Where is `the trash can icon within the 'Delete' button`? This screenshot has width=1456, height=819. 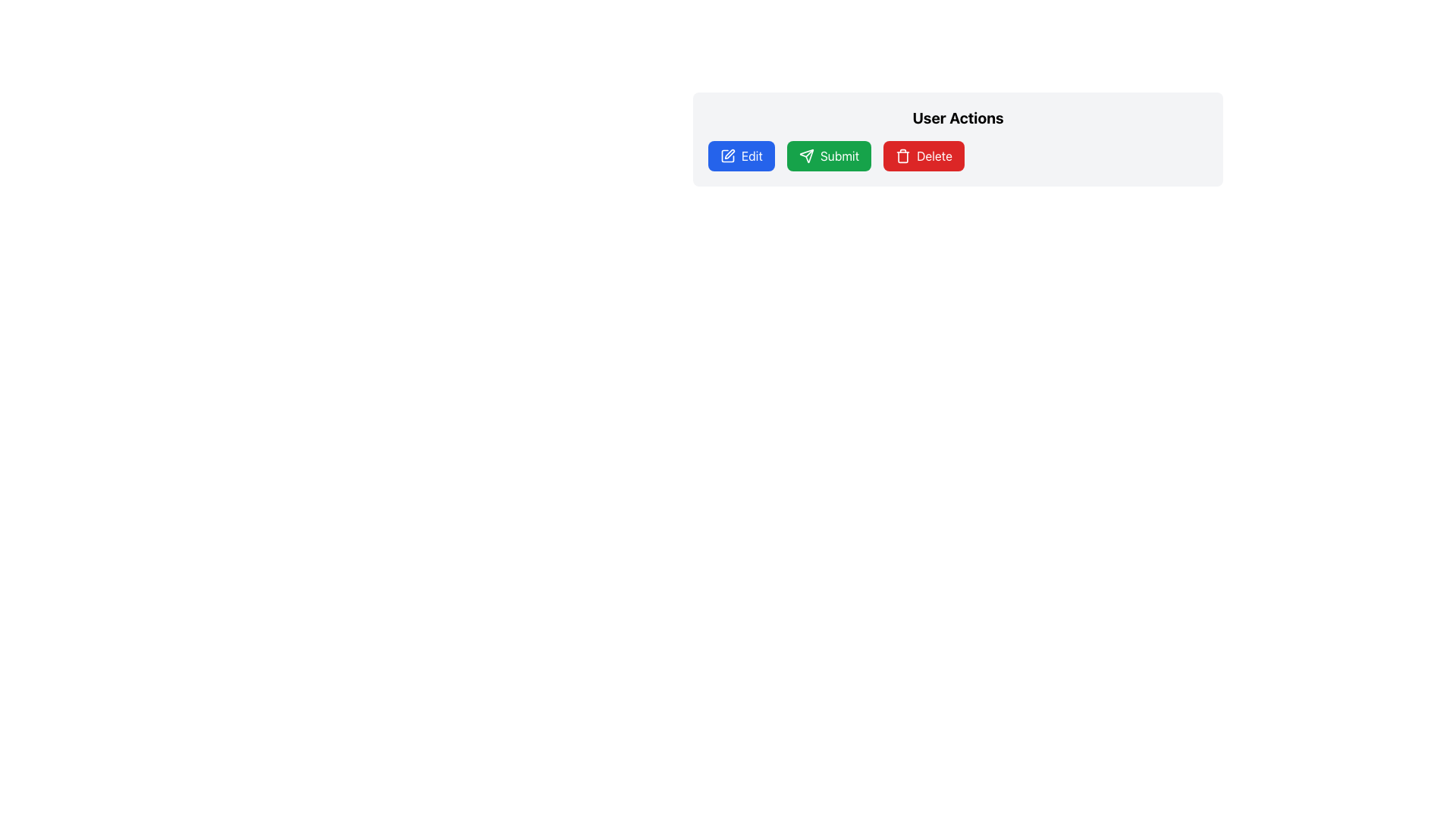
the trash can icon within the 'Delete' button is located at coordinates (902, 155).